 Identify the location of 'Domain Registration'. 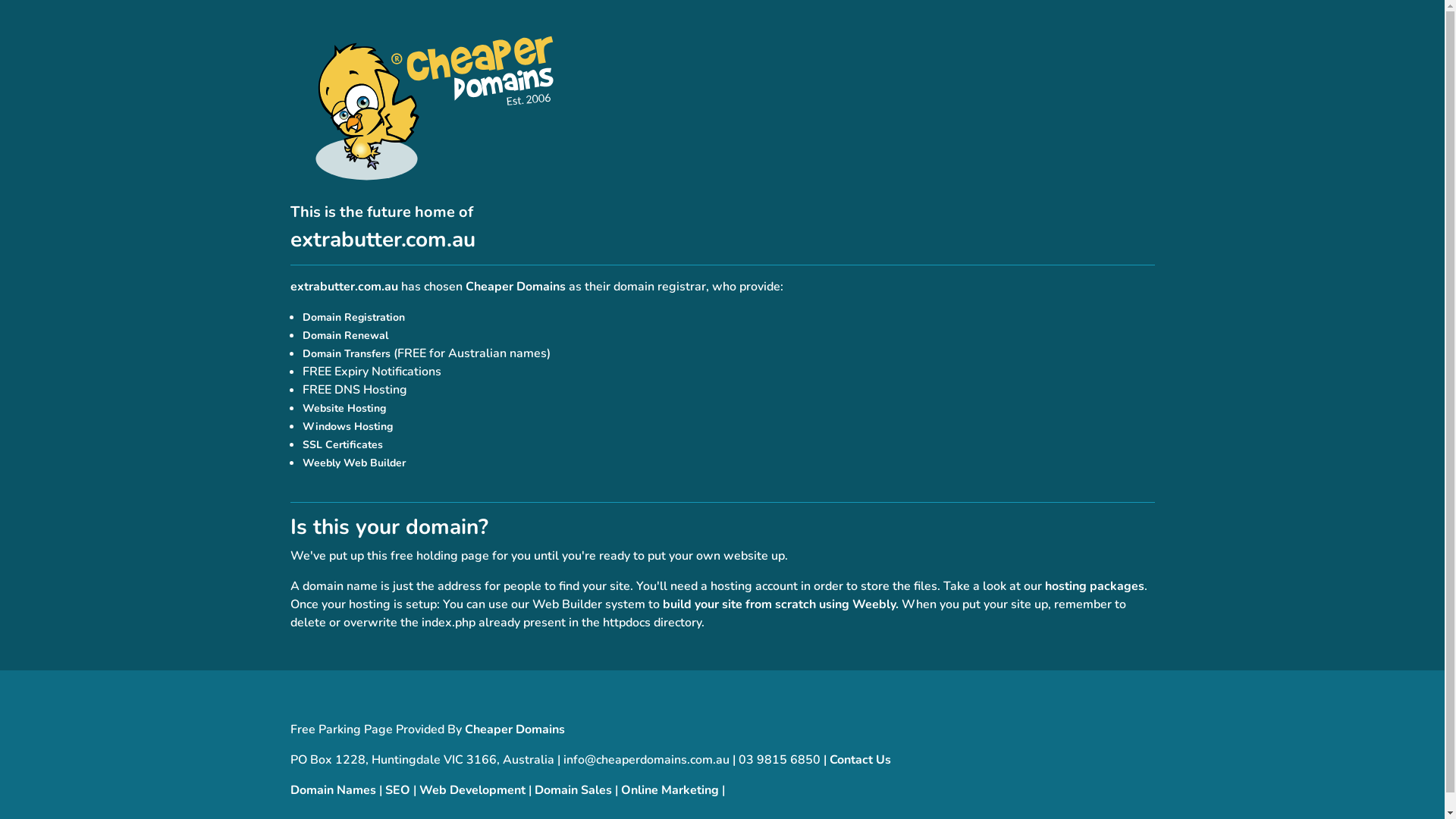
(352, 316).